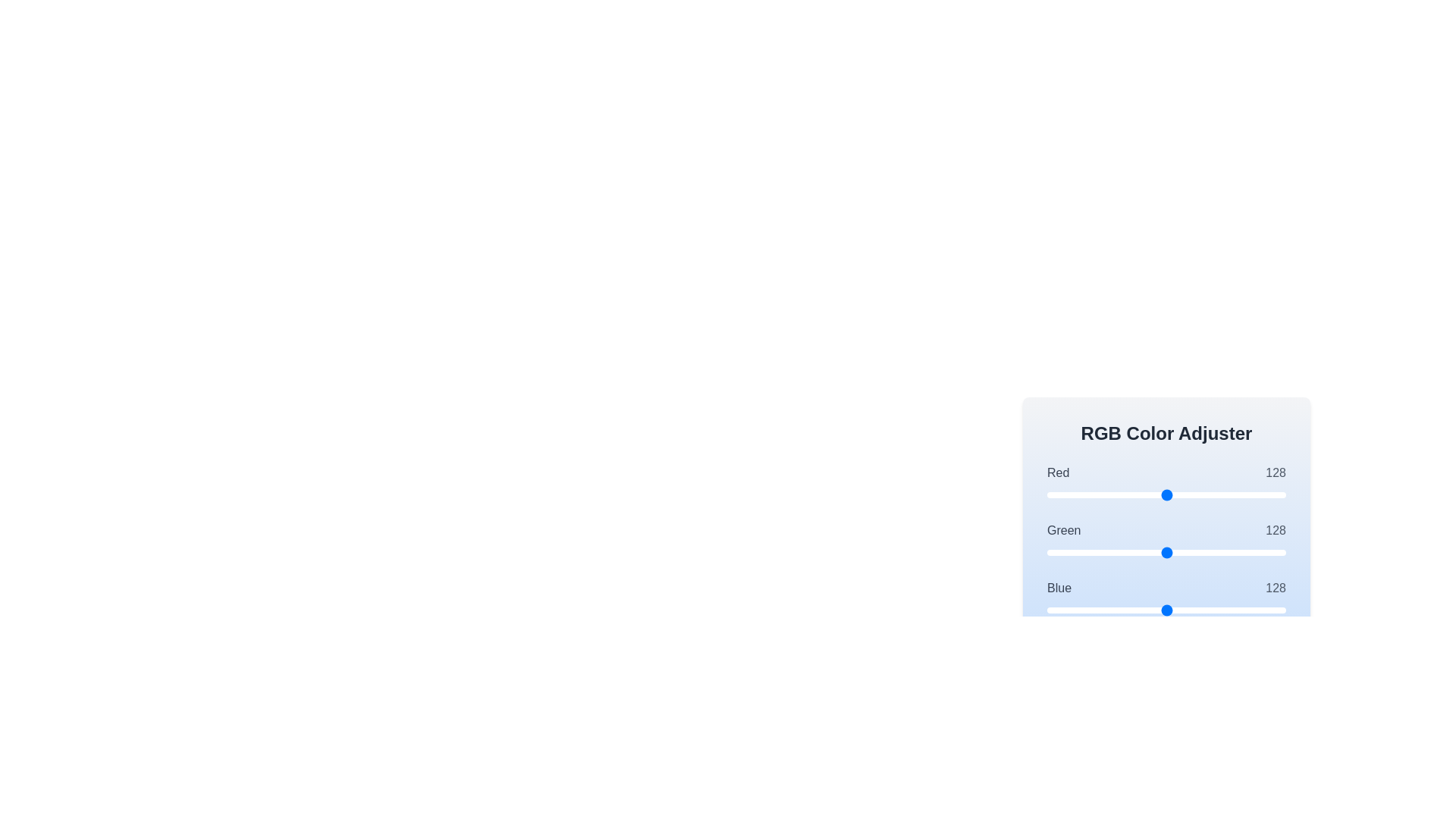 The width and height of the screenshot is (1456, 819). What do you see at coordinates (1164, 494) in the screenshot?
I see `the red slider to 126 by dragging or clicking on the slider` at bounding box center [1164, 494].